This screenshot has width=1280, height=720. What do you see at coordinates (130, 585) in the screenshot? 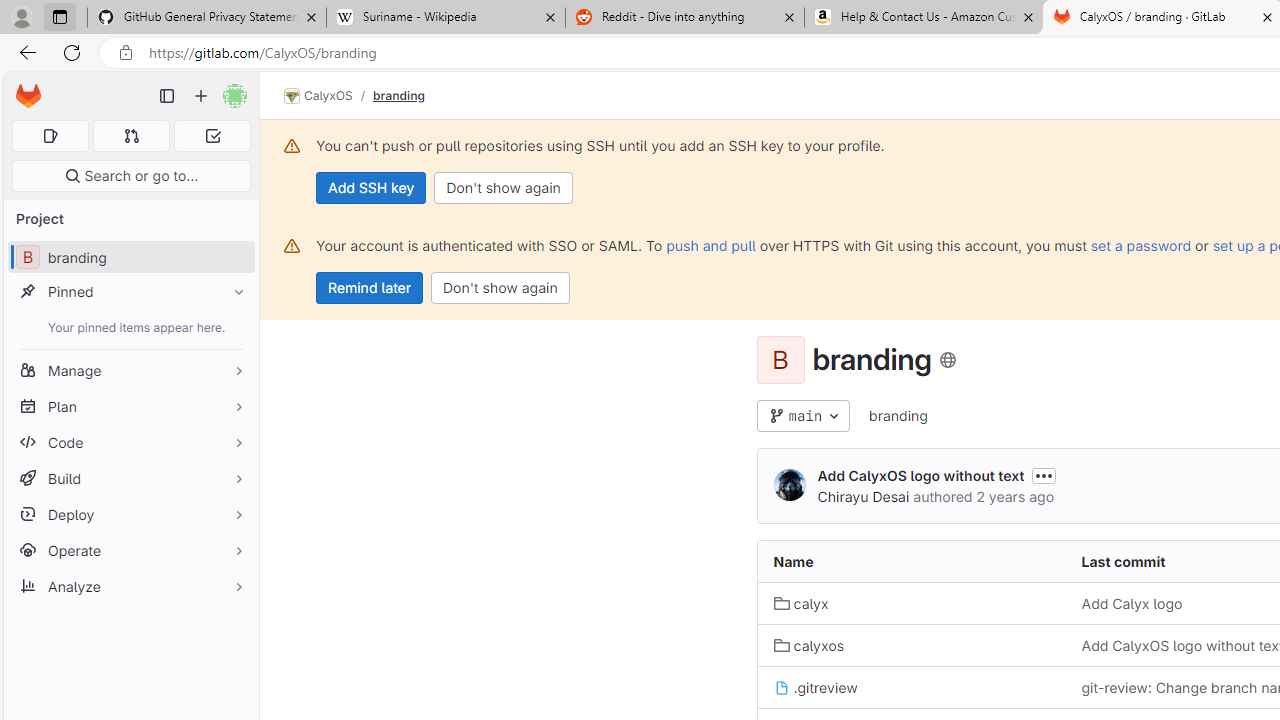
I see `'Analyze'` at bounding box center [130, 585].